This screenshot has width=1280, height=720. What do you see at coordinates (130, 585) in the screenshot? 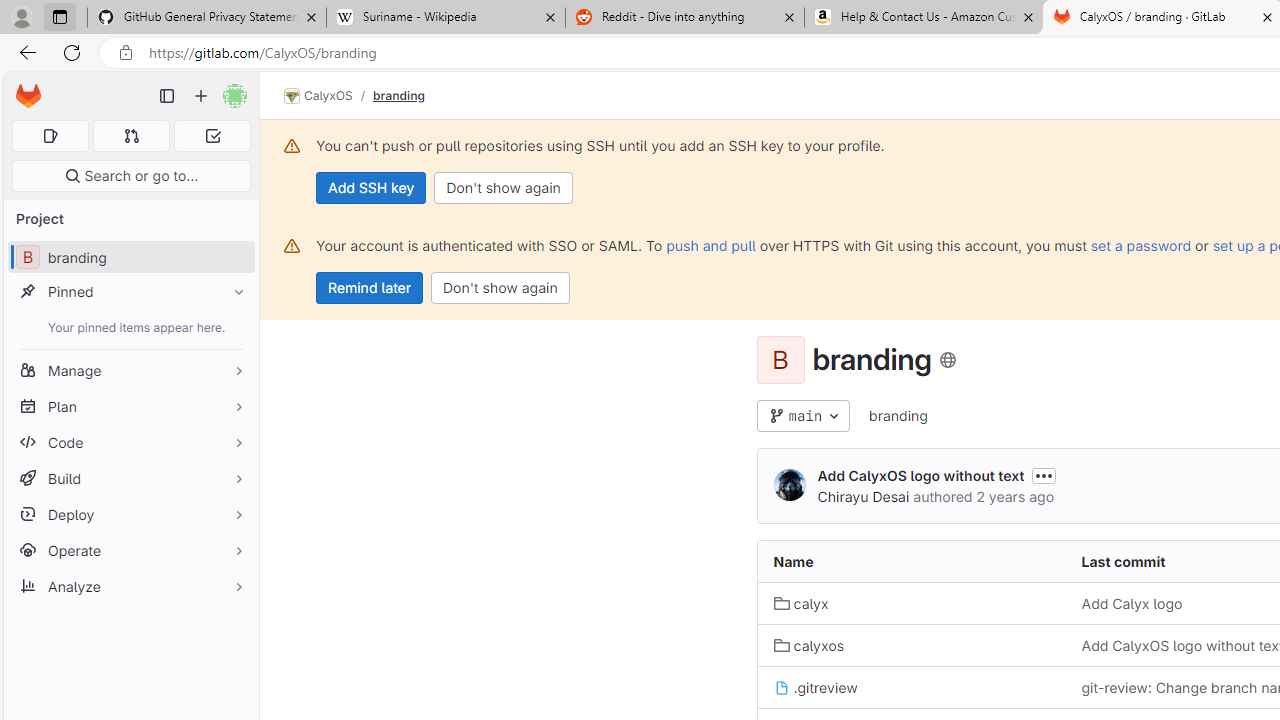
I see `'Analyze'` at bounding box center [130, 585].